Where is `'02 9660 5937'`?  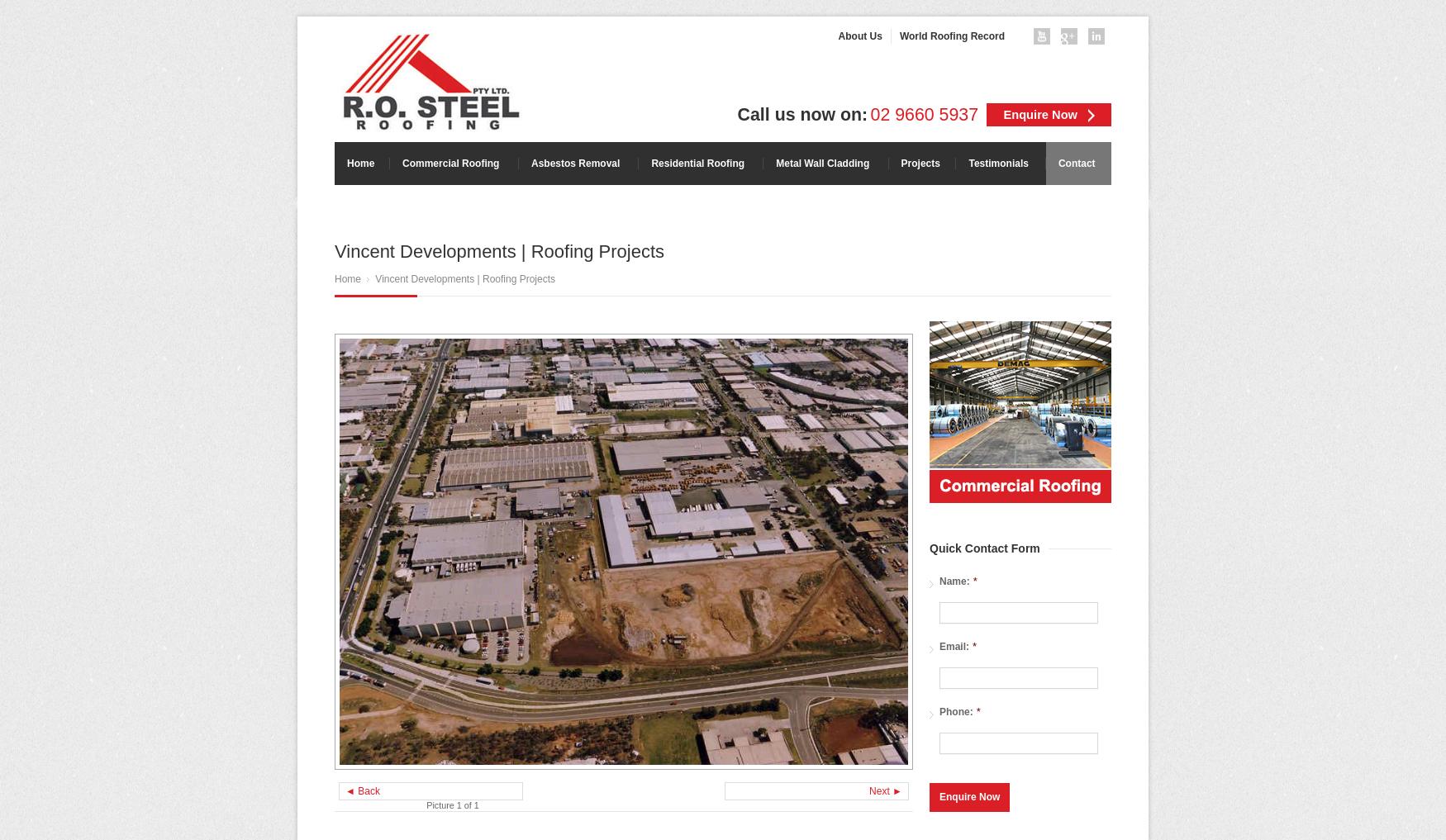
'02 9660 5937' is located at coordinates (924, 114).